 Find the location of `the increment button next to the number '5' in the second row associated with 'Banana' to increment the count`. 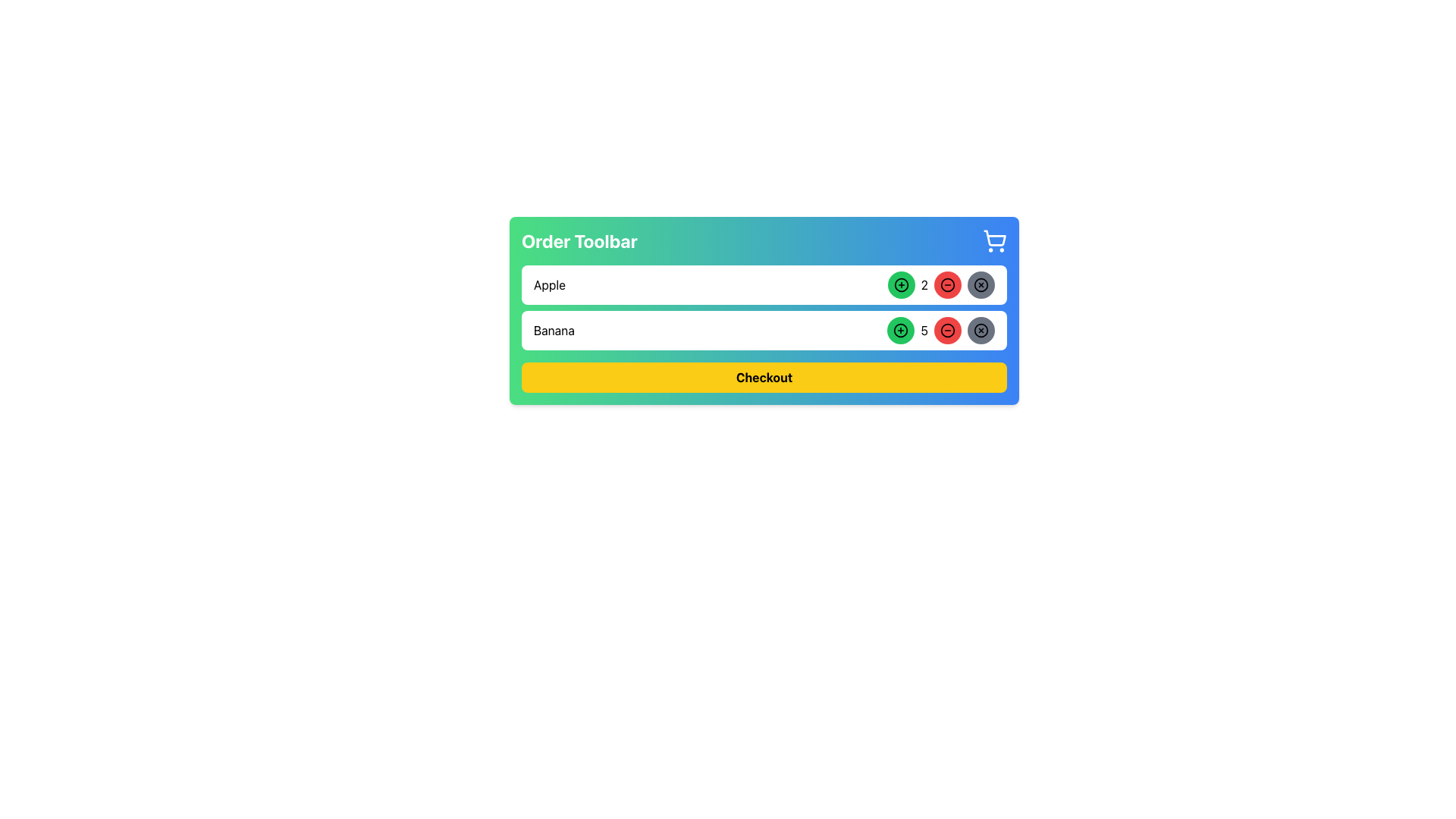

the increment button next to the number '5' in the second row associated with 'Banana' to increment the count is located at coordinates (901, 329).